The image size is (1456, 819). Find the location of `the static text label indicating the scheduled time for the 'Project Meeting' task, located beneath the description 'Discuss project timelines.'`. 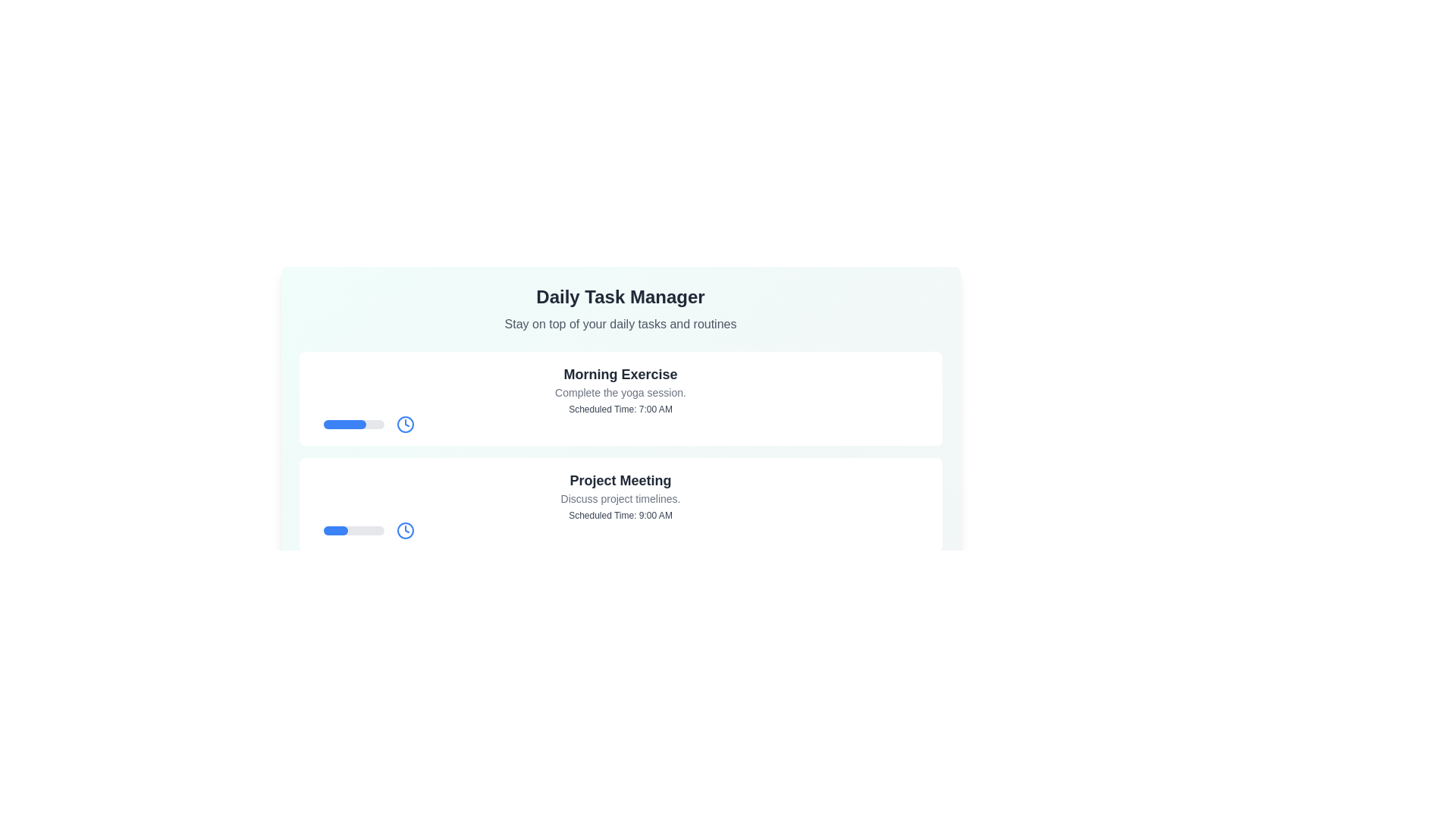

the static text label indicating the scheduled time for the 'Project Meeting' task, located beneath the description 'Discuss project timelines.' is located at coordinates (620, 514).